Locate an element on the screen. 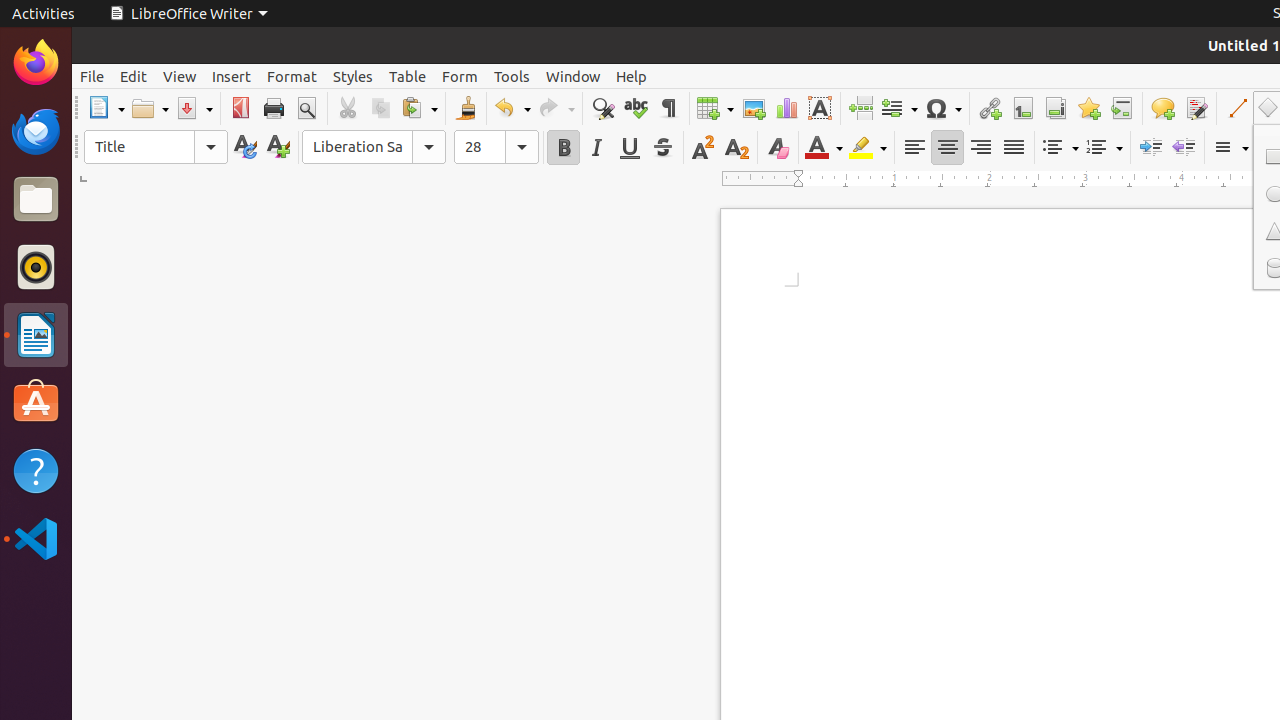 This screenshot has height=720, width=1280. 'Bookmark' is located at coordinates (1087, 108).